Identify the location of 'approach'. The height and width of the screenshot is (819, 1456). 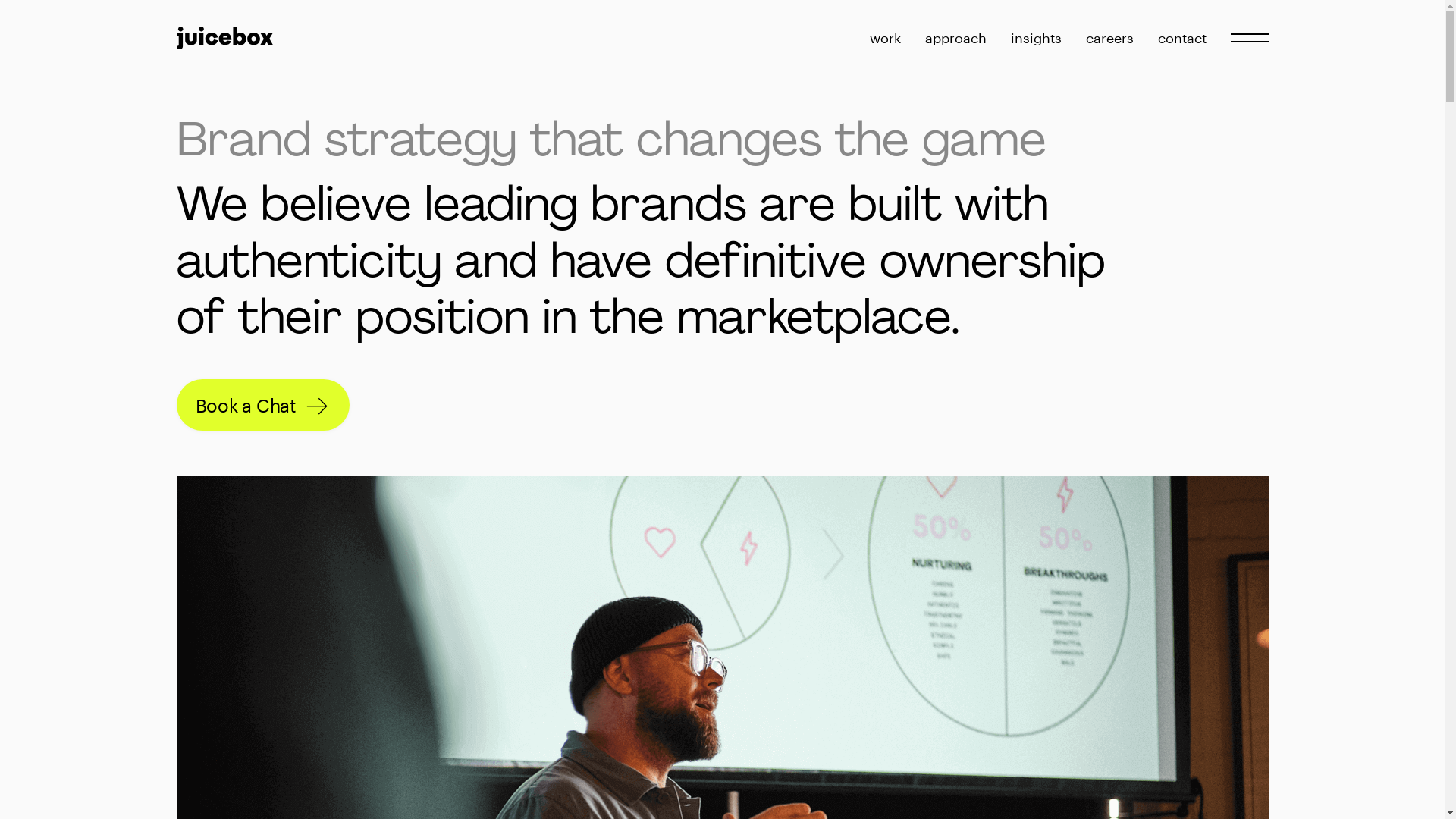
(955, 36).